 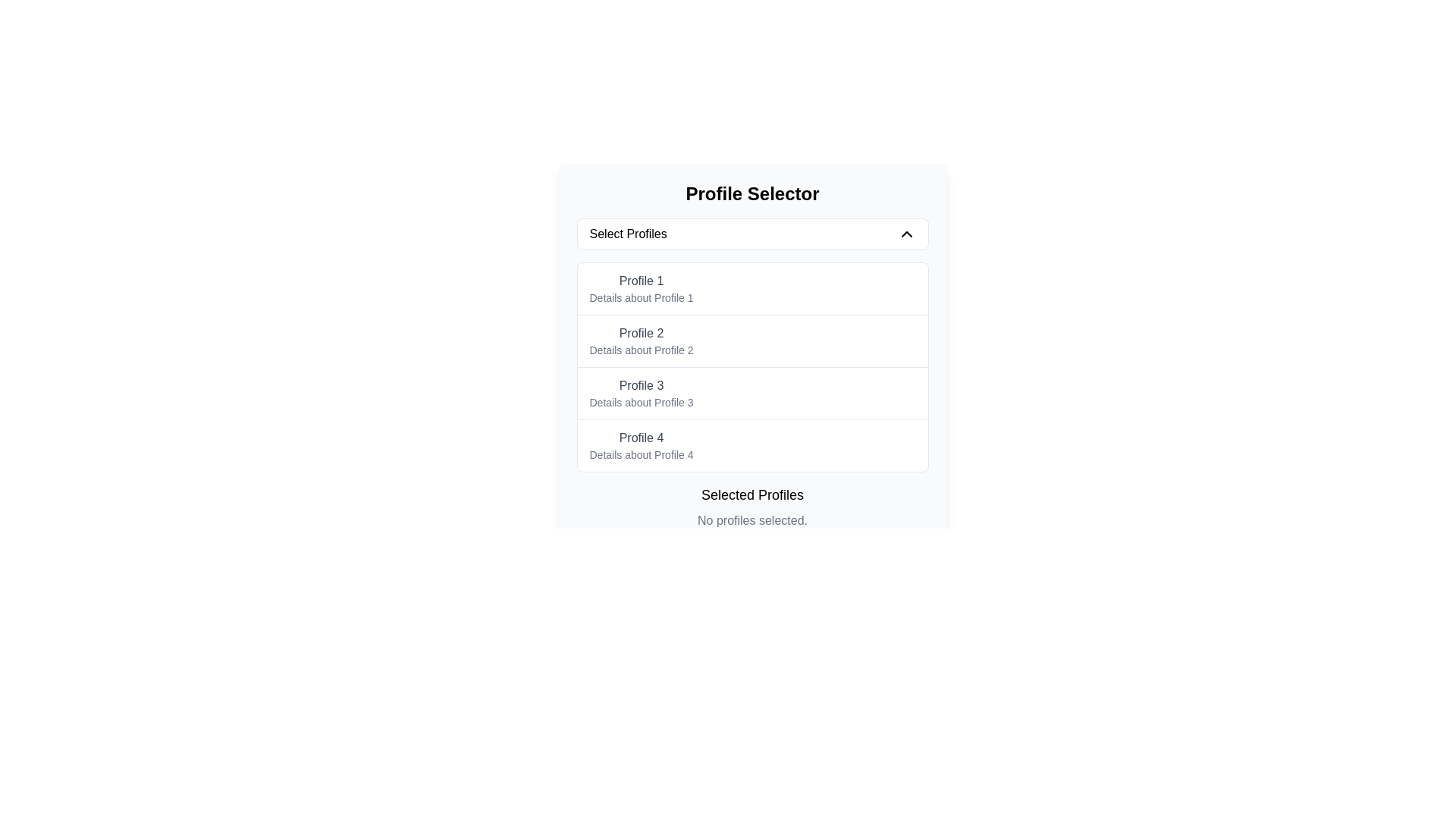 I want to click on the Label that serves as a descriptive heading for the list of selected profiles, which is positioned above 'No profiles selected.' and below the list of selectable profiles, so click(x=752, y=494).